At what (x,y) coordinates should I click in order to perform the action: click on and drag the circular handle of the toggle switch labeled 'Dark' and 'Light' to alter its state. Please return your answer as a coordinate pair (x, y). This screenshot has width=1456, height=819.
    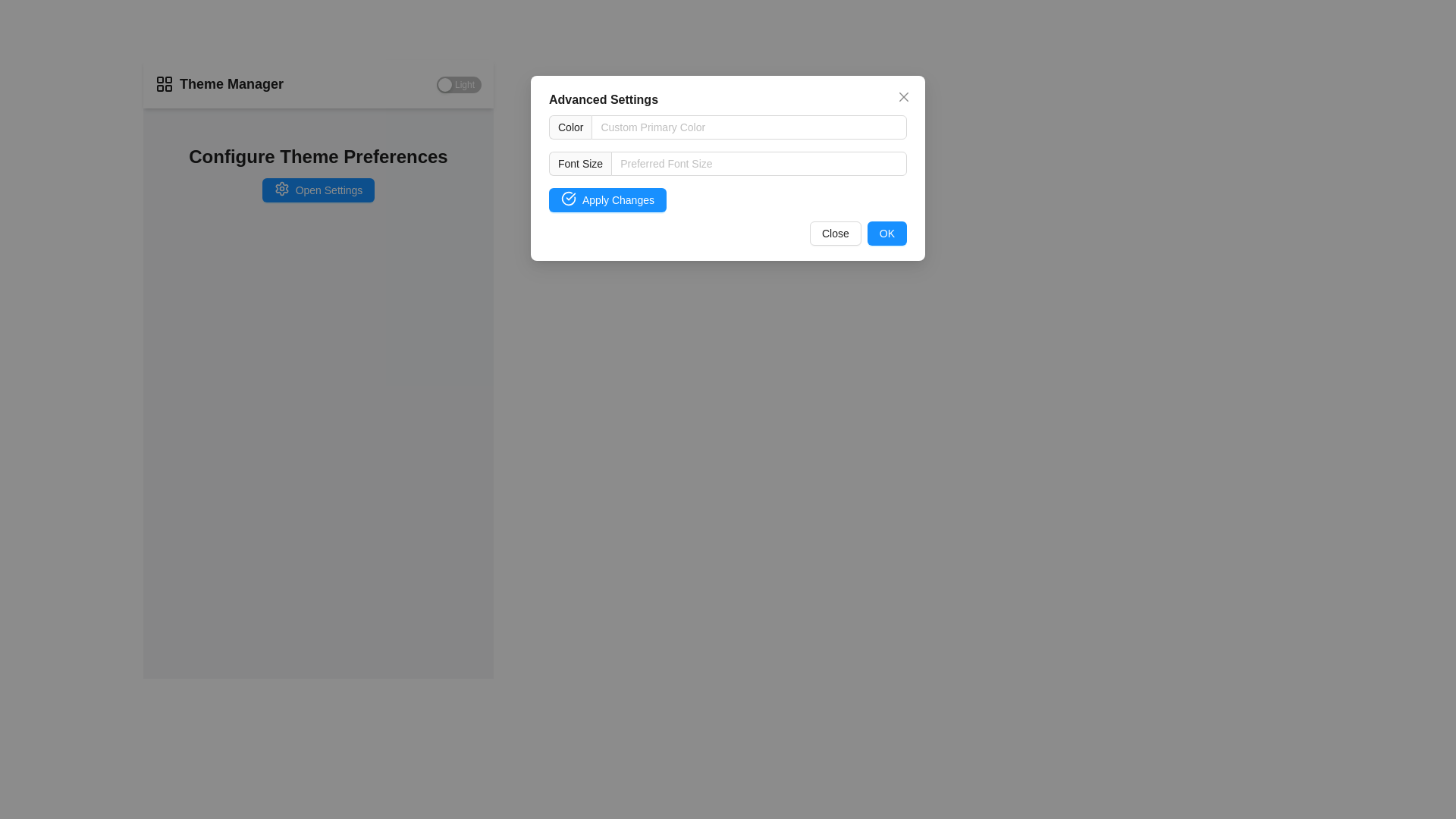
    Looking at the image, I should click on (444, 85).